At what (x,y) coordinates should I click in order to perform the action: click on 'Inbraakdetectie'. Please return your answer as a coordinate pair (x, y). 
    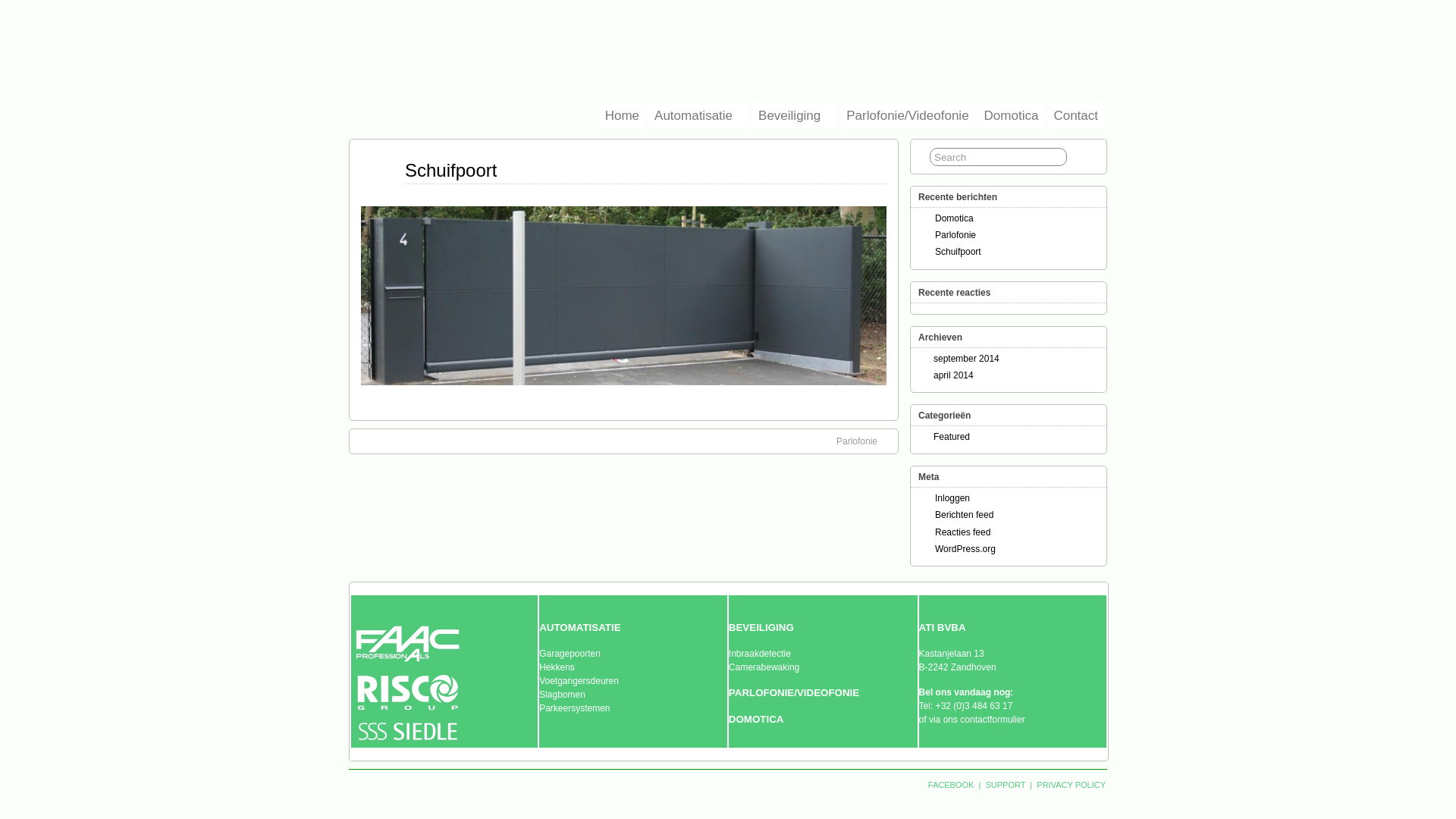
    Looking at the image, I should click on (760, 652).